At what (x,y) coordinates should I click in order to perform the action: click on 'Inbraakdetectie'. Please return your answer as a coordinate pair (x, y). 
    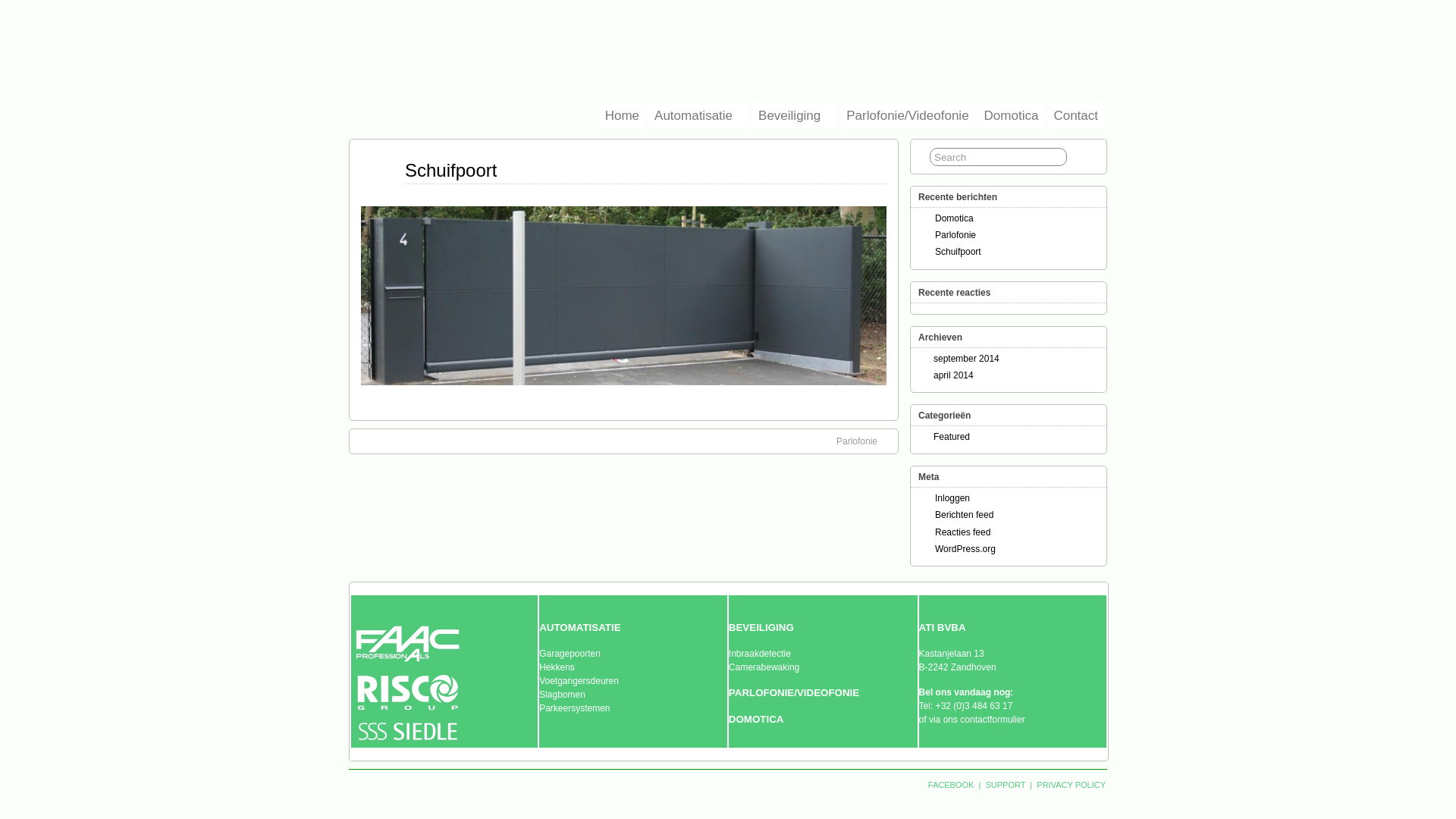
    Looking at the image, I should click on (760, 652).